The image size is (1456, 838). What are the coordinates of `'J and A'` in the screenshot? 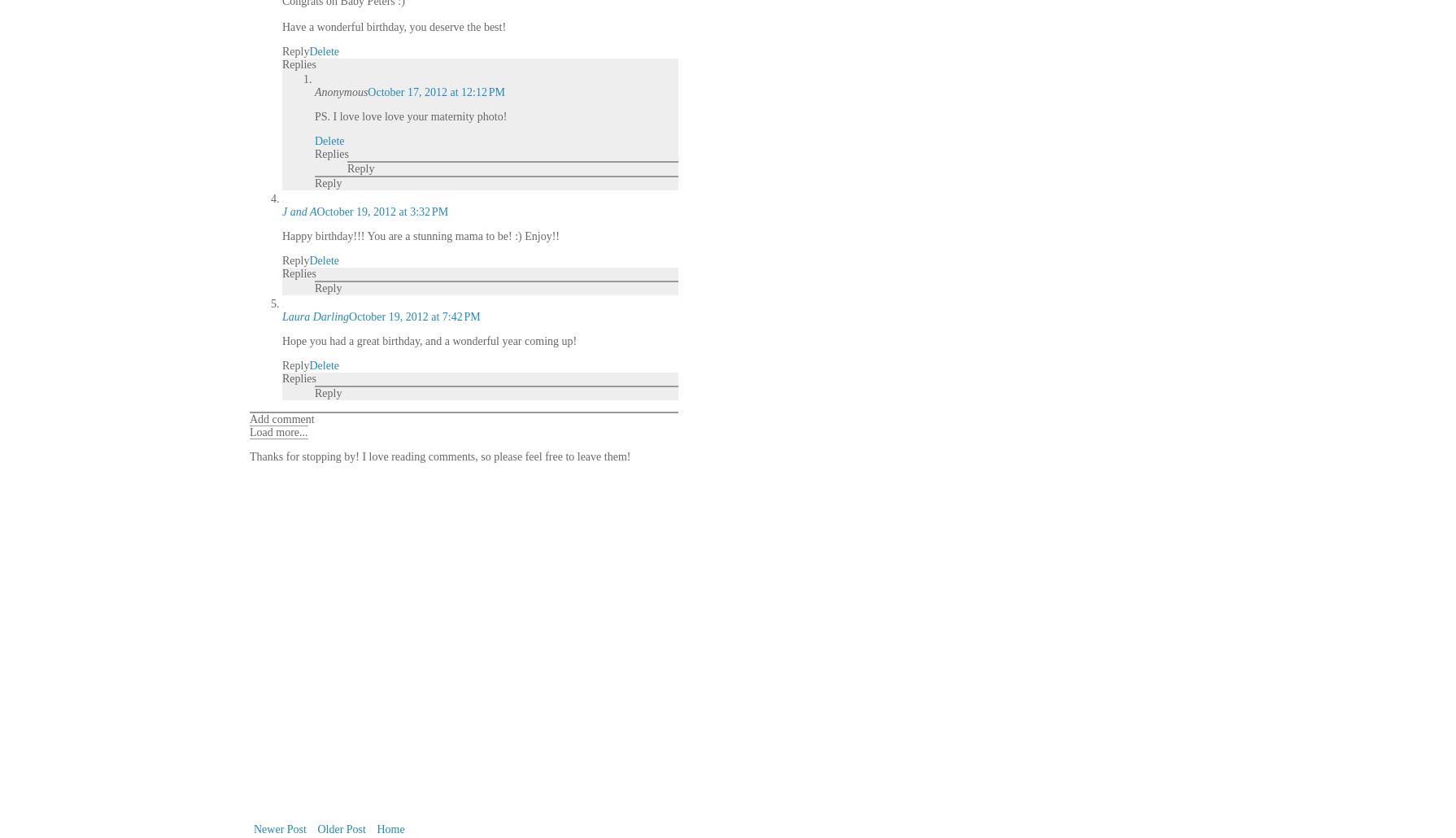 It's located at (299, 211).